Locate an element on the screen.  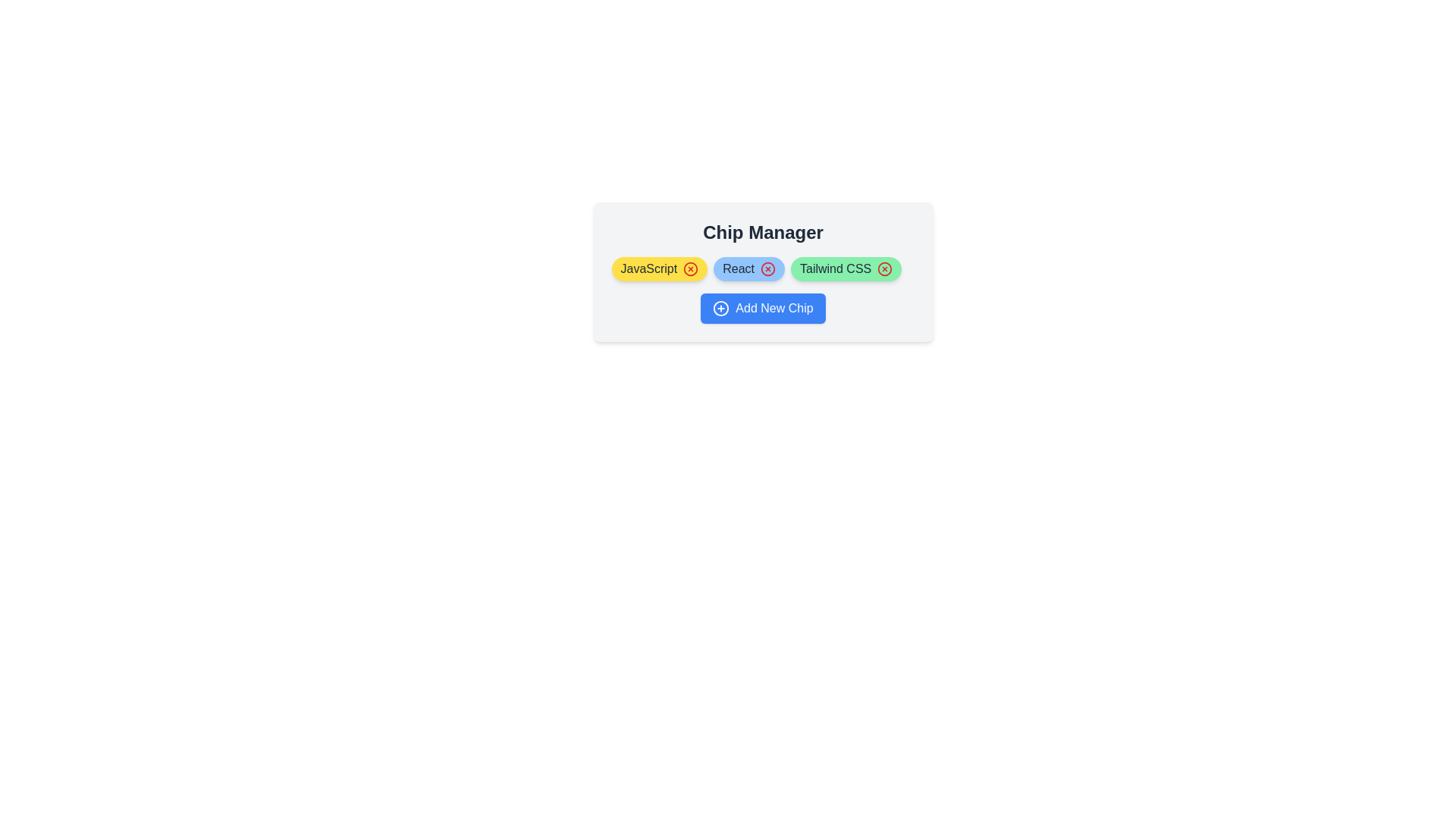
close icon of the chip labeled React to remove it is located at coordinates (767, 268).